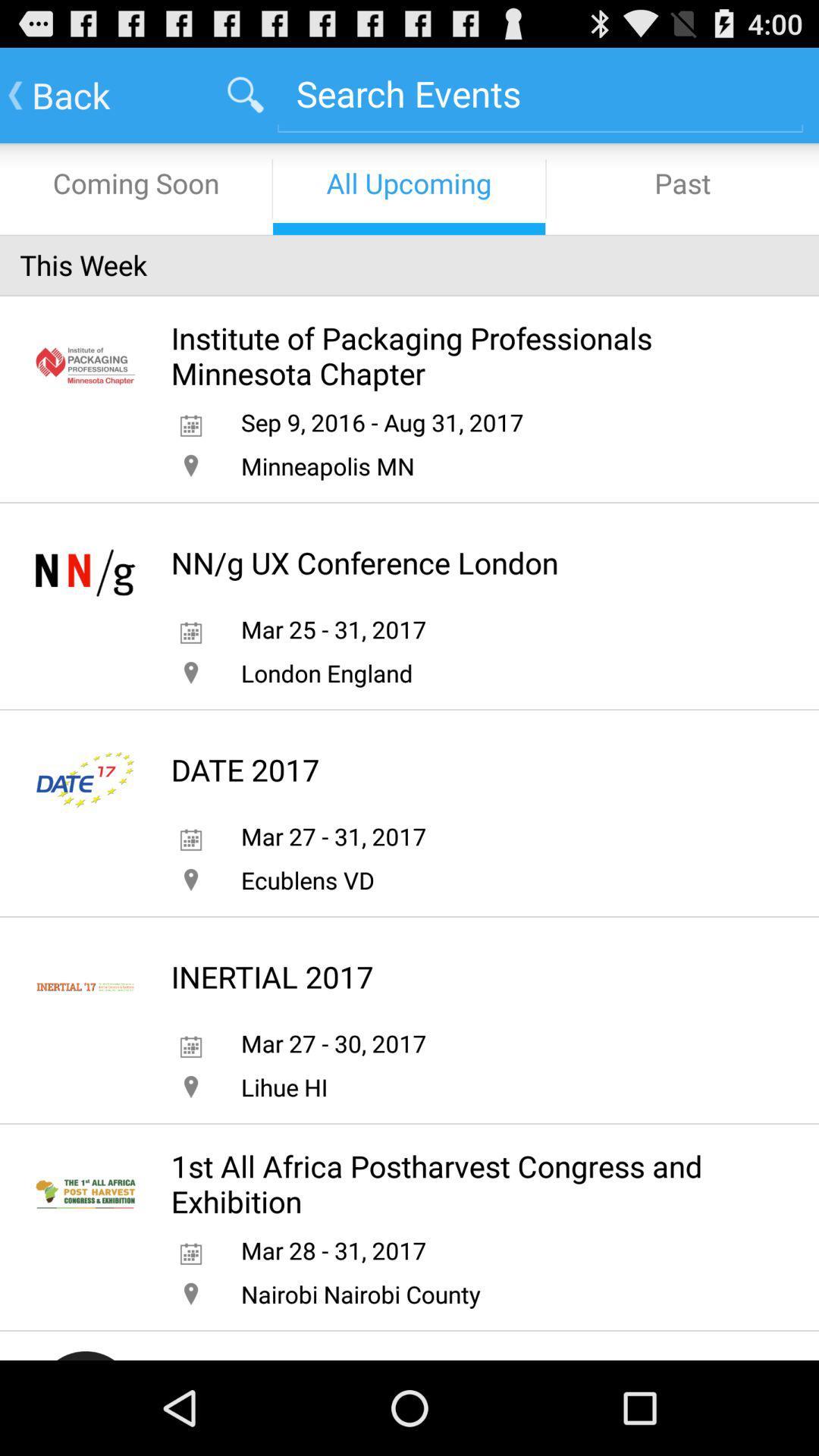 This screenshot has height=1456, width=819. Describe the element at coordinates (381, 422) in the screenshot. I see `sep 9 2016 app` at that location.